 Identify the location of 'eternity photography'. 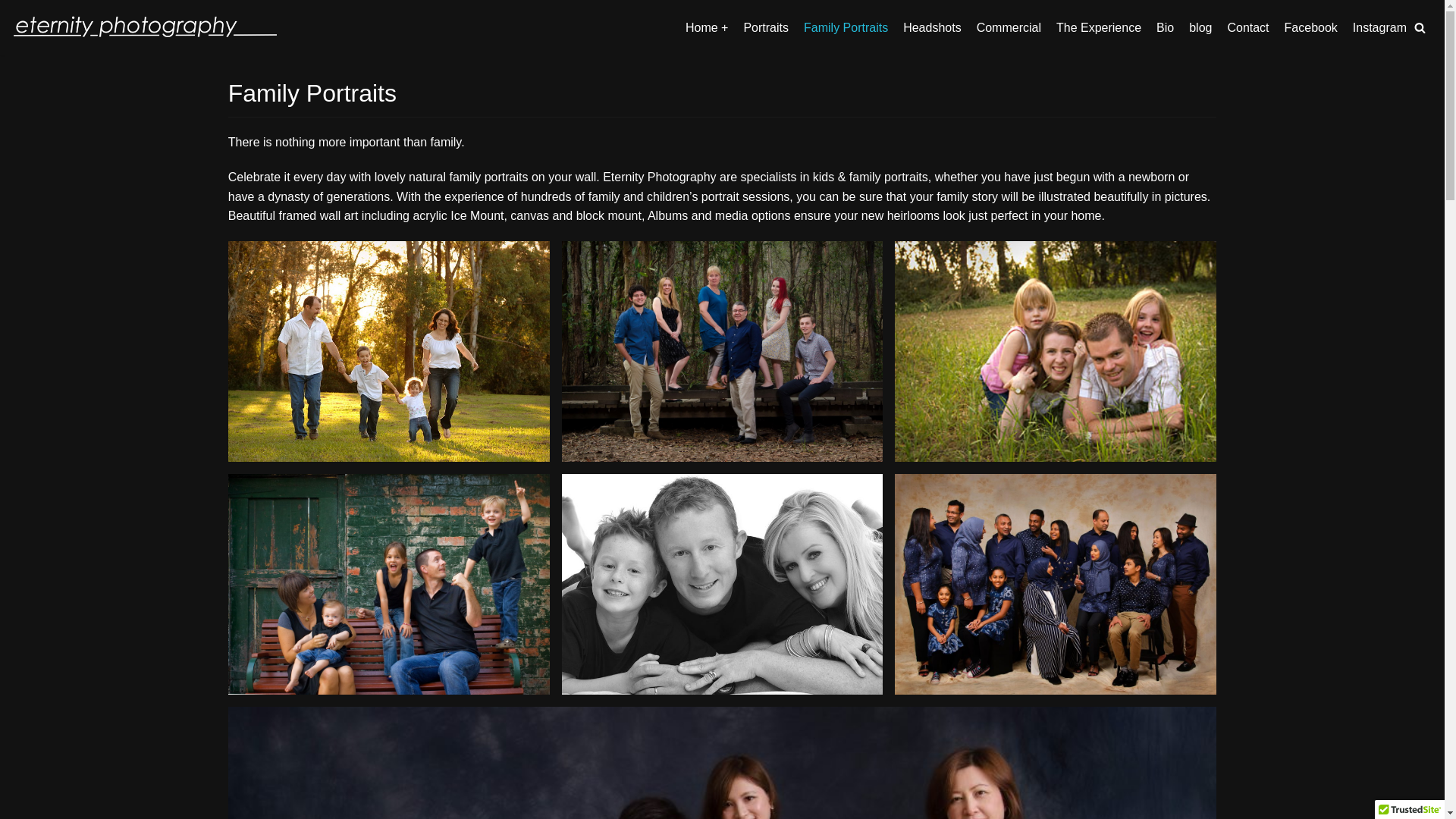
(144, 27).